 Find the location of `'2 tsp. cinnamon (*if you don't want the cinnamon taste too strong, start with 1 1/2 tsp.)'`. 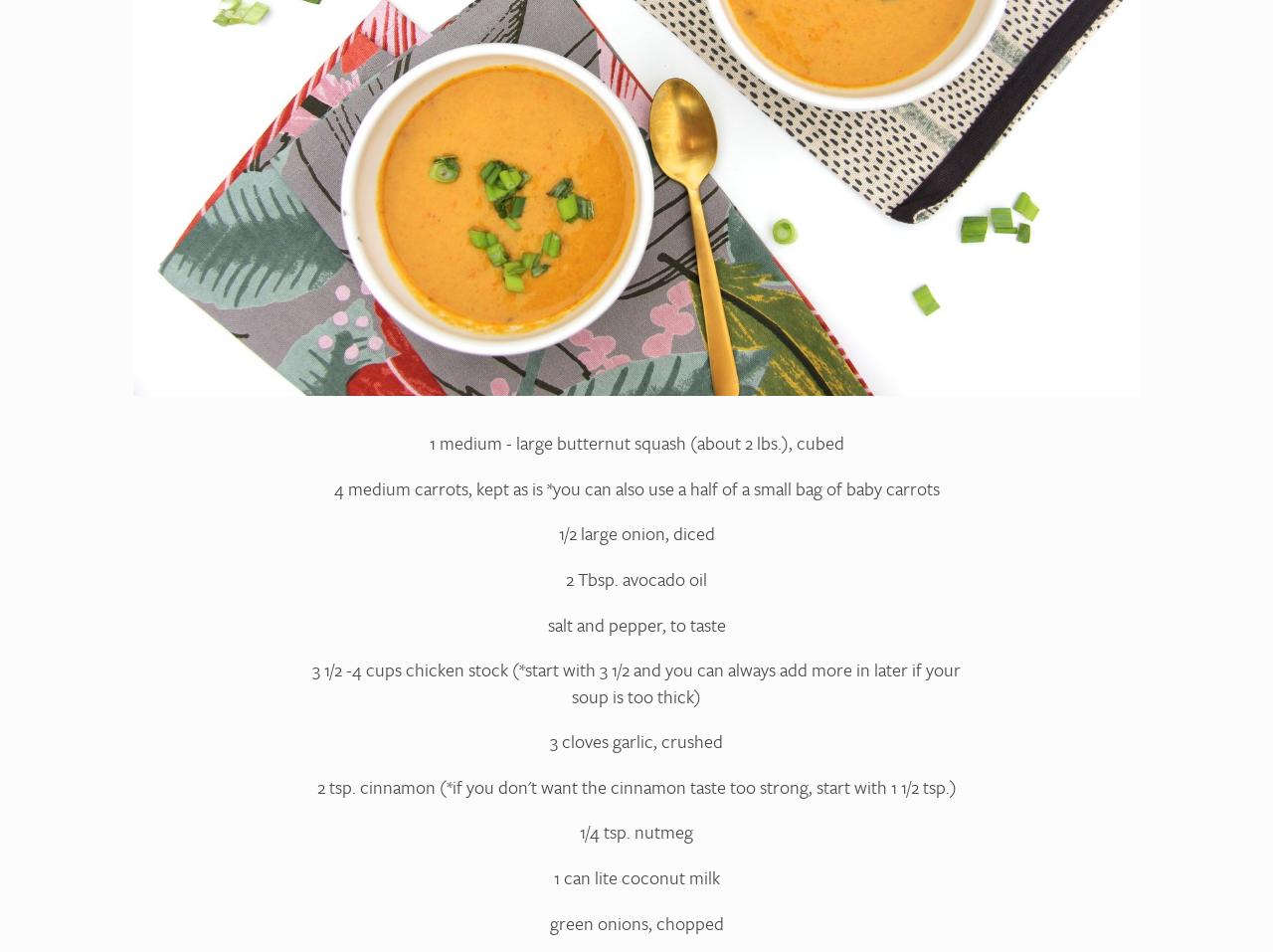

'2 tsp. cinnamon (*if you don't want the cinnamon taste too strong, start with 1 1/2 tsp.)' is located at coordinates (635, 785).